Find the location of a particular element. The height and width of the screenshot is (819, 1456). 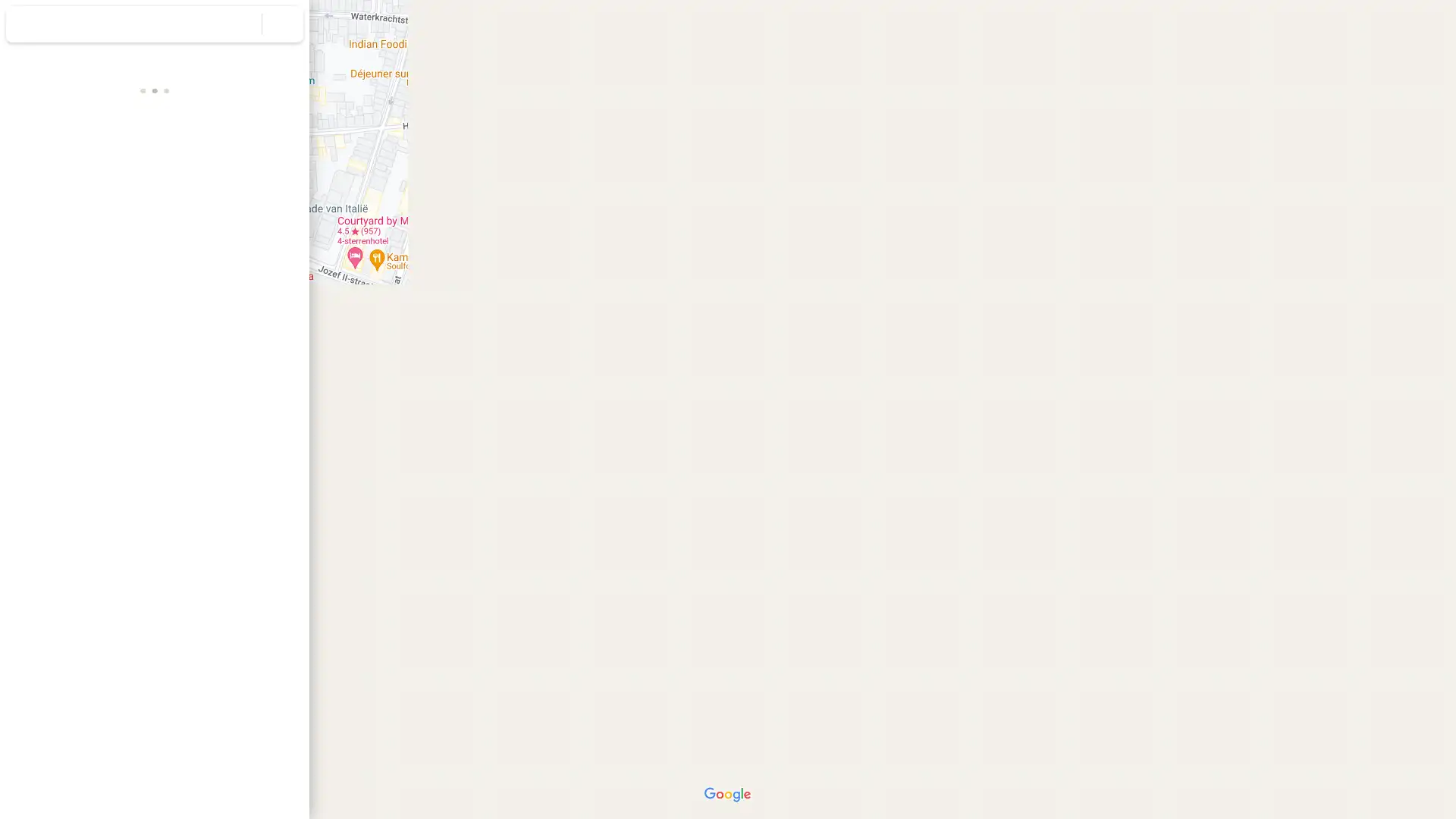

Drukpersstraat 35 naar je telefoon sturen is located at coordinates (209, 271).